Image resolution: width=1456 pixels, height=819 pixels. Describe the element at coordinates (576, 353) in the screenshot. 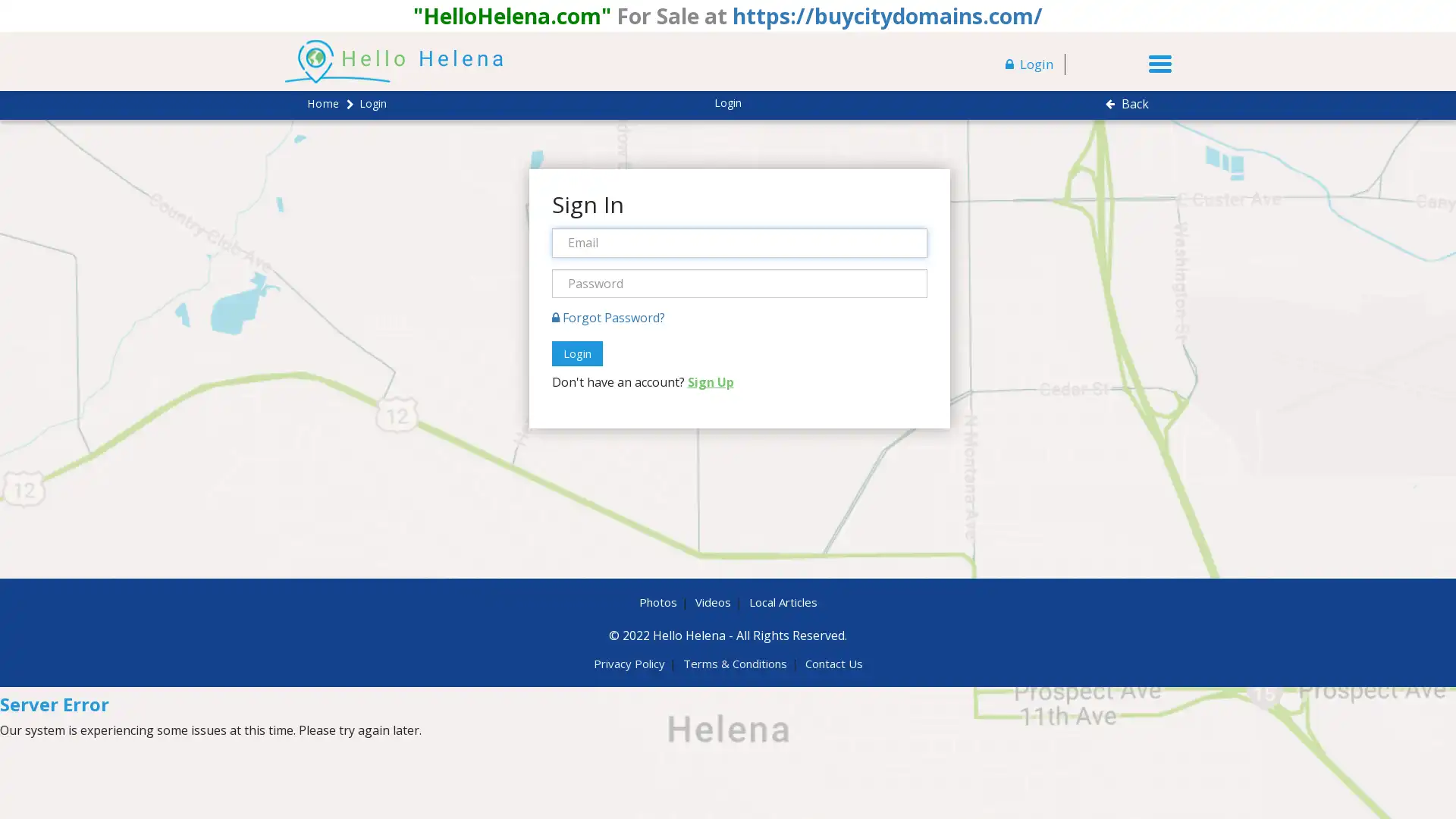

I see `Login` at that location.